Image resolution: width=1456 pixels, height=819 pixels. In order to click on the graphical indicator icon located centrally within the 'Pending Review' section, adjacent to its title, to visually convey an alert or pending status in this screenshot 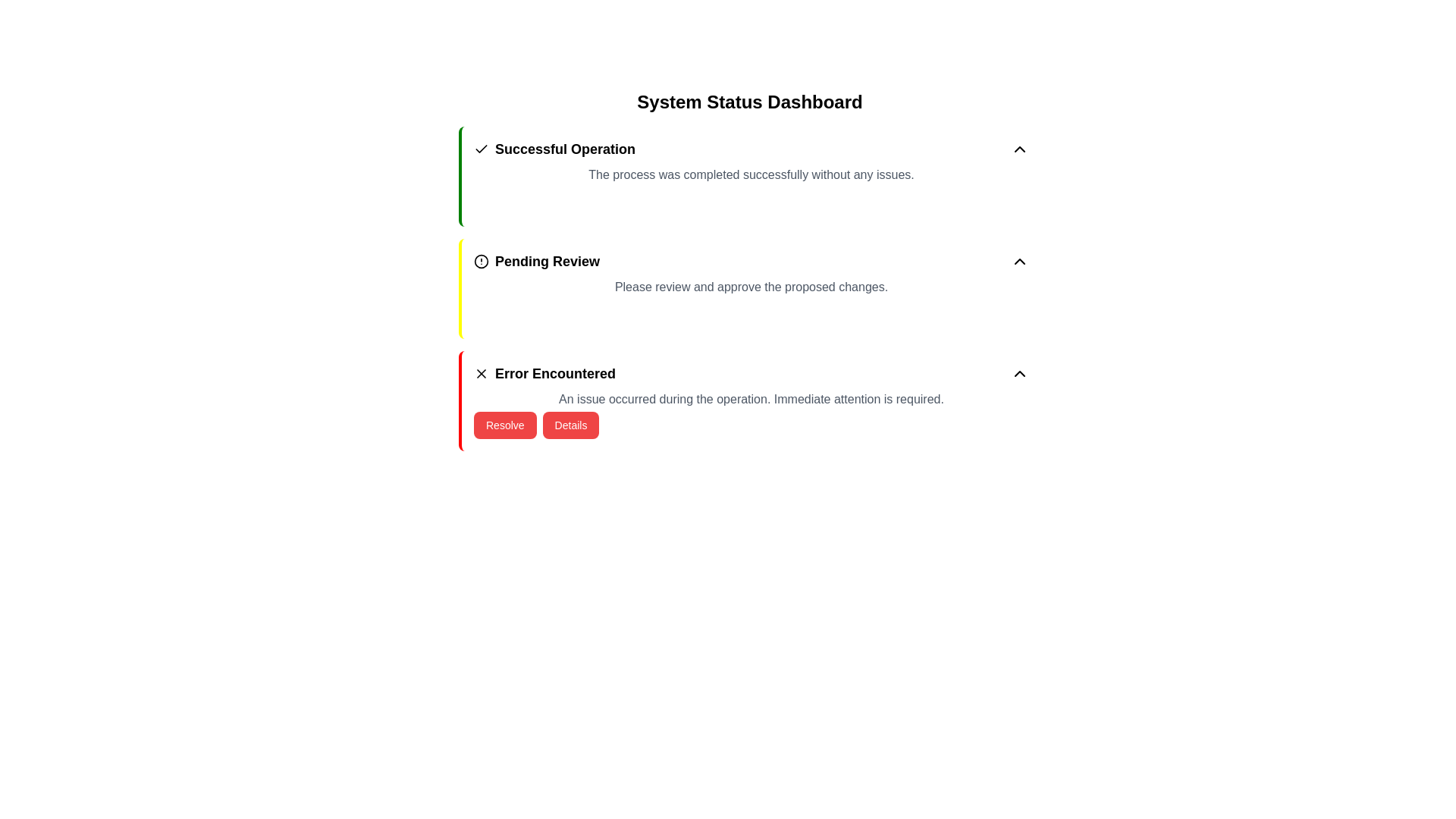, I will do `click(480, 260)`.